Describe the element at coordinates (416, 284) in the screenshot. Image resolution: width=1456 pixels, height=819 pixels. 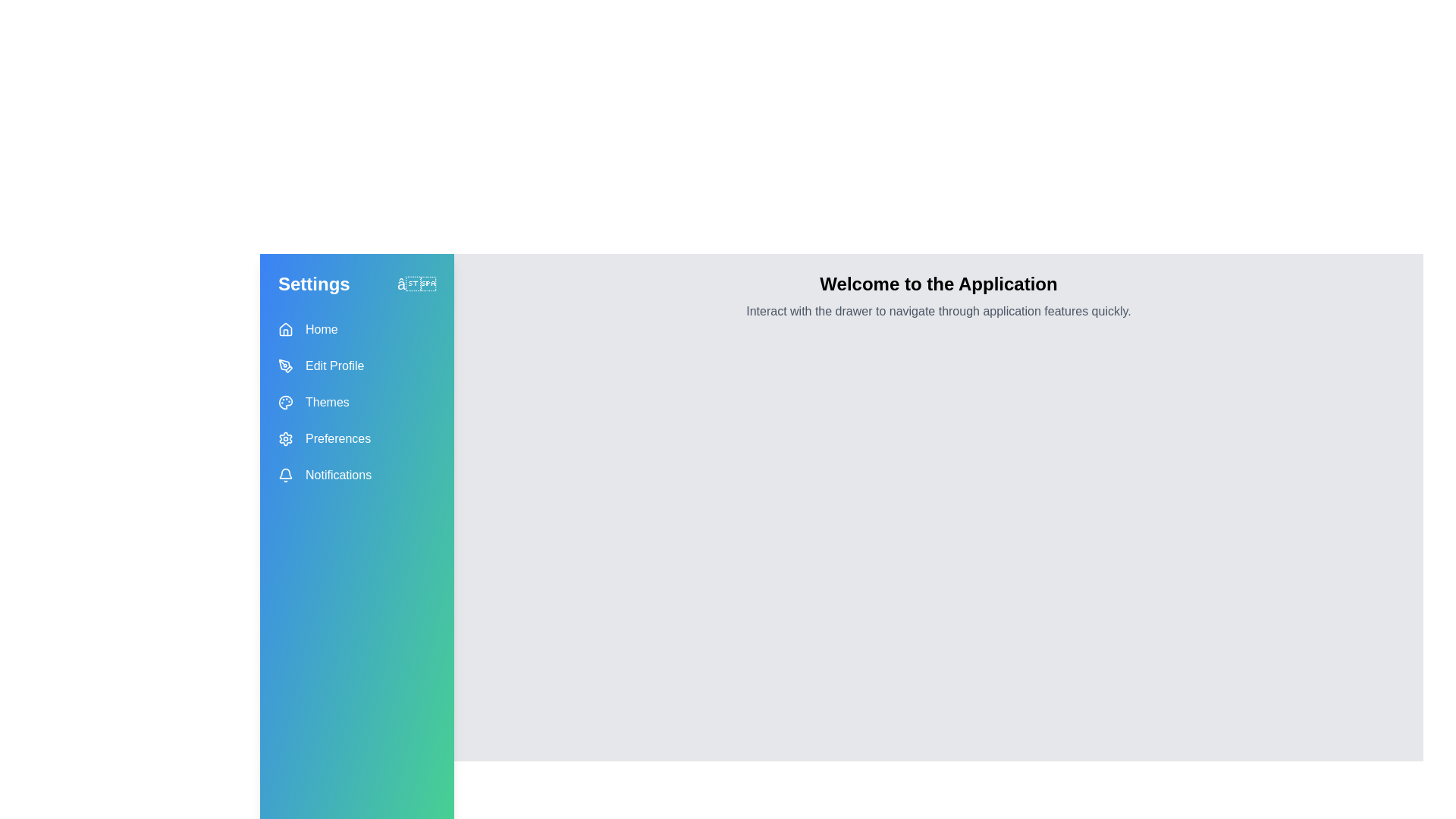
I see `the toggle button to change the drawer's visibility state` at that location.